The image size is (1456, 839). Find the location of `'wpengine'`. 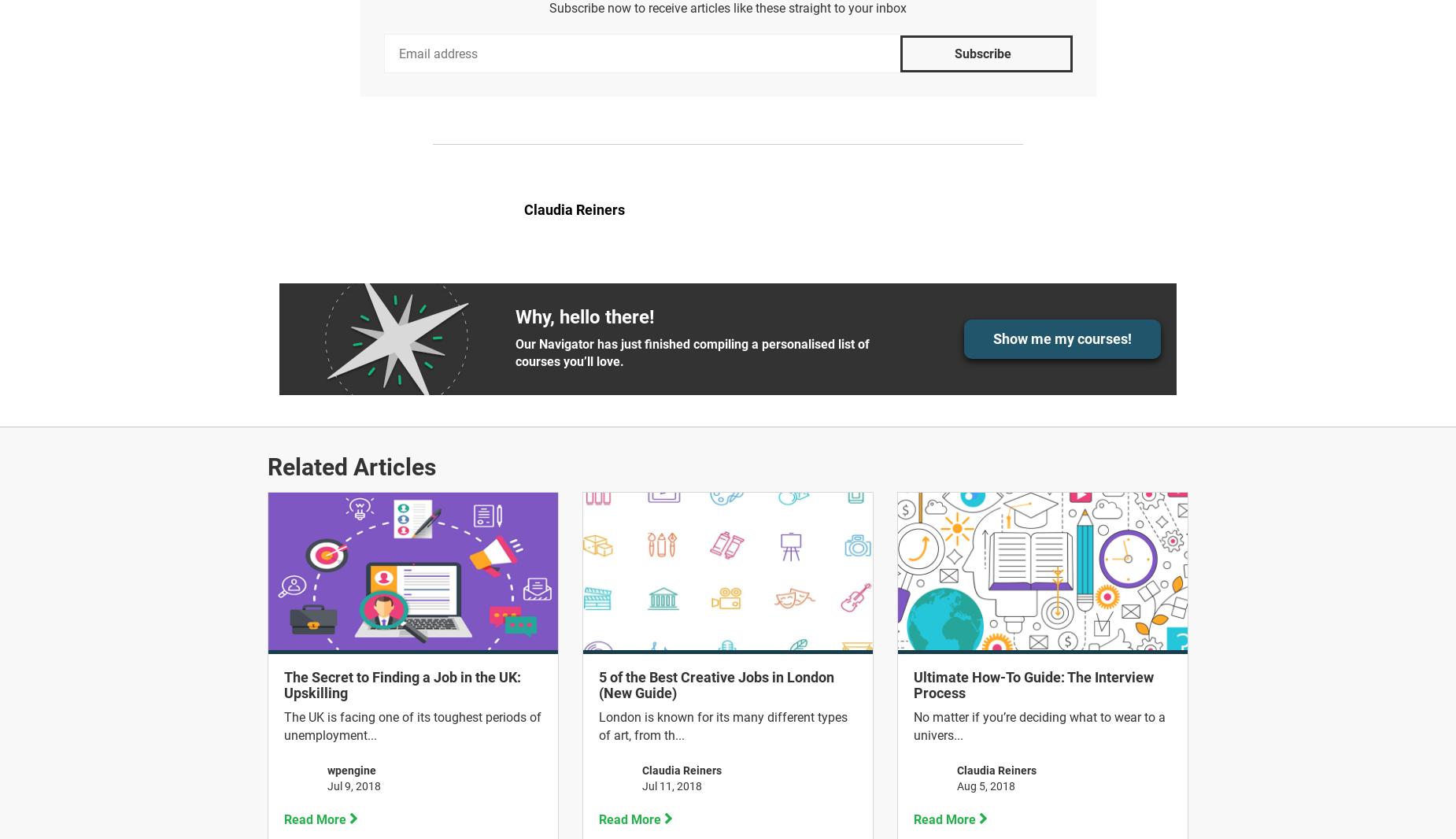

'wpengine' is located at coordinates (327, 769).